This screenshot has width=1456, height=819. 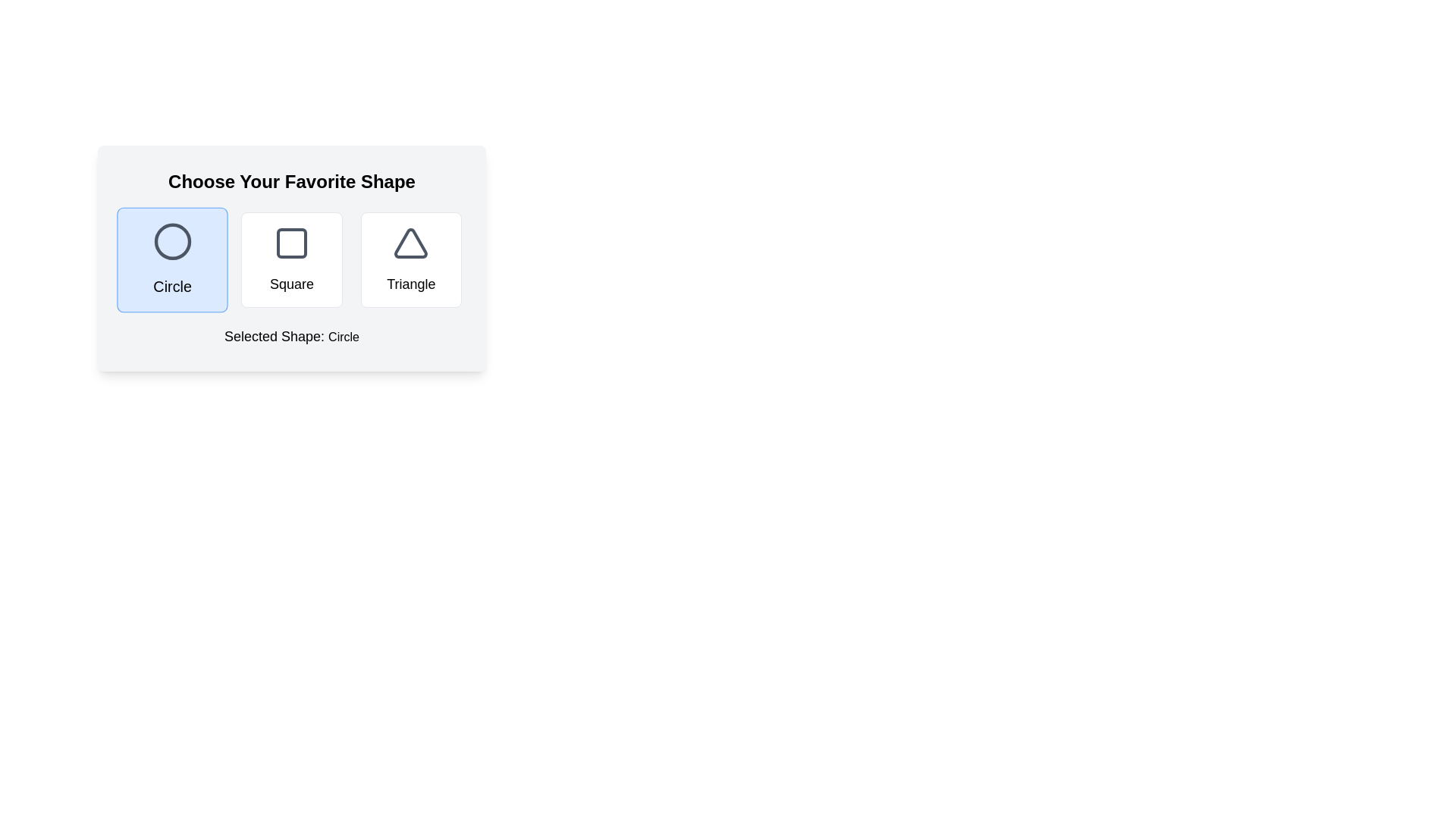 What do you see at coordinates (291, 242) in the screenshot?
I see `the central graphic component that symbolizes a selected or interactive state within the schematic square` at bounding box center [291, 242].